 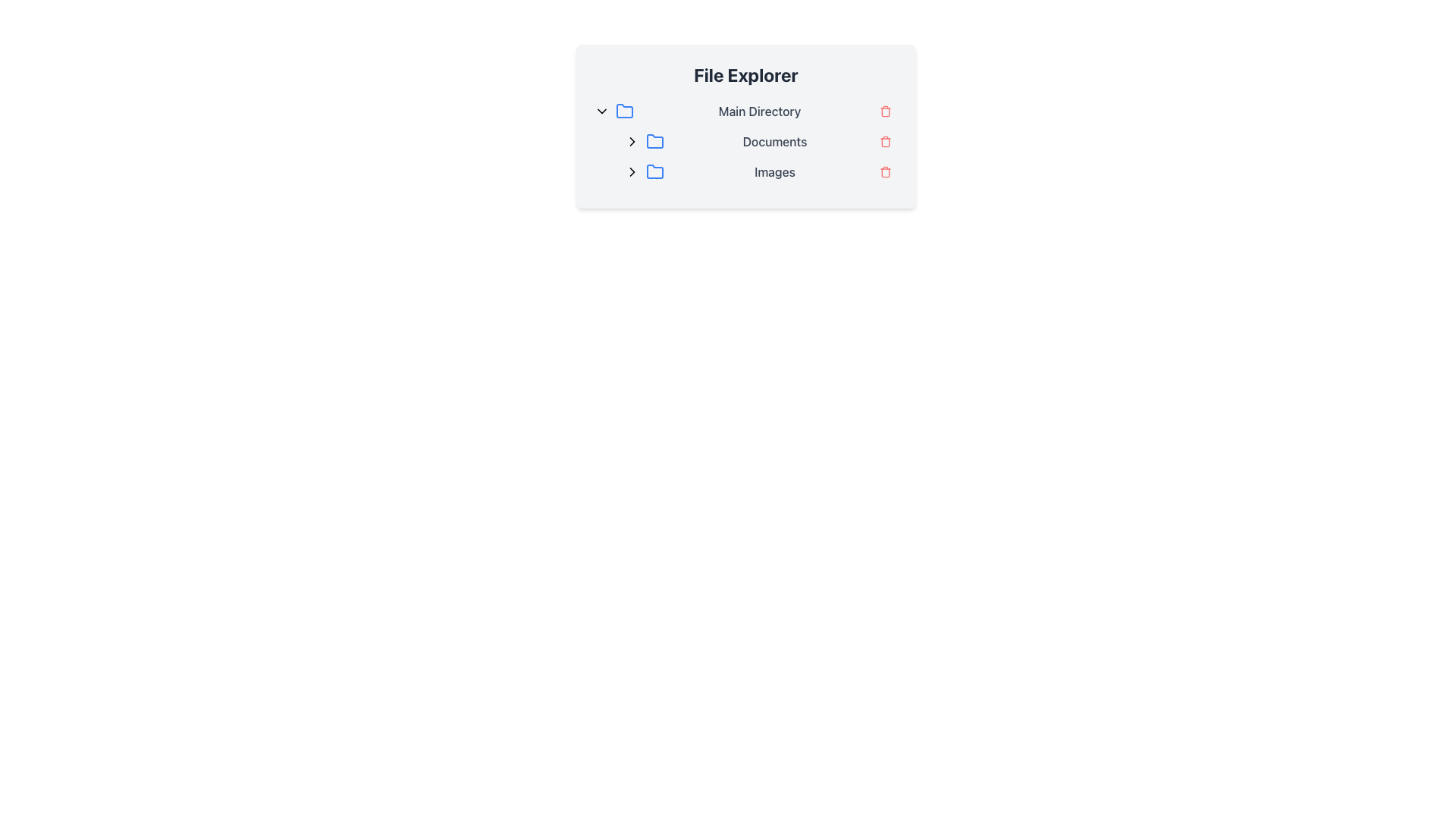 I want to click on the folder icon representing the 'Images' directory, located in the third row of the file listing under 'File Explorer', to the left of the 'Images' label, so click(x=655, y=171).